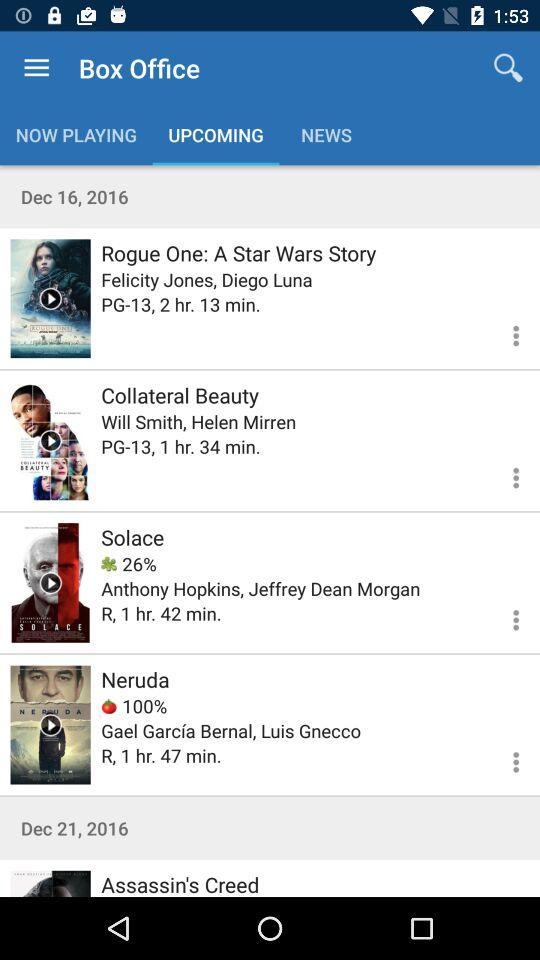  I want to click on solace icon, so click(132, 536).